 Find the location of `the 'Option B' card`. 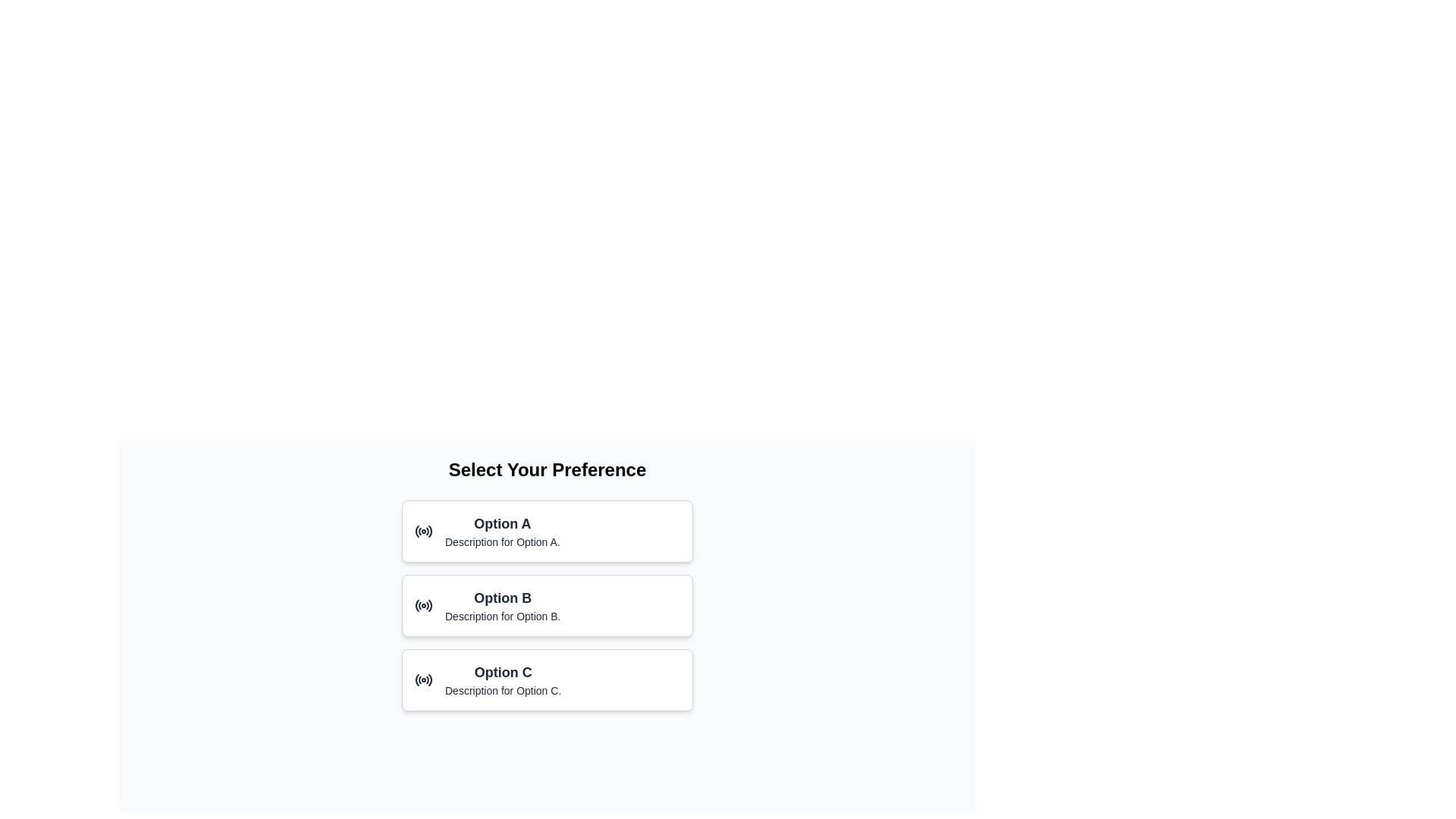

the 'Option B' card is located at coordinates (546, 604).